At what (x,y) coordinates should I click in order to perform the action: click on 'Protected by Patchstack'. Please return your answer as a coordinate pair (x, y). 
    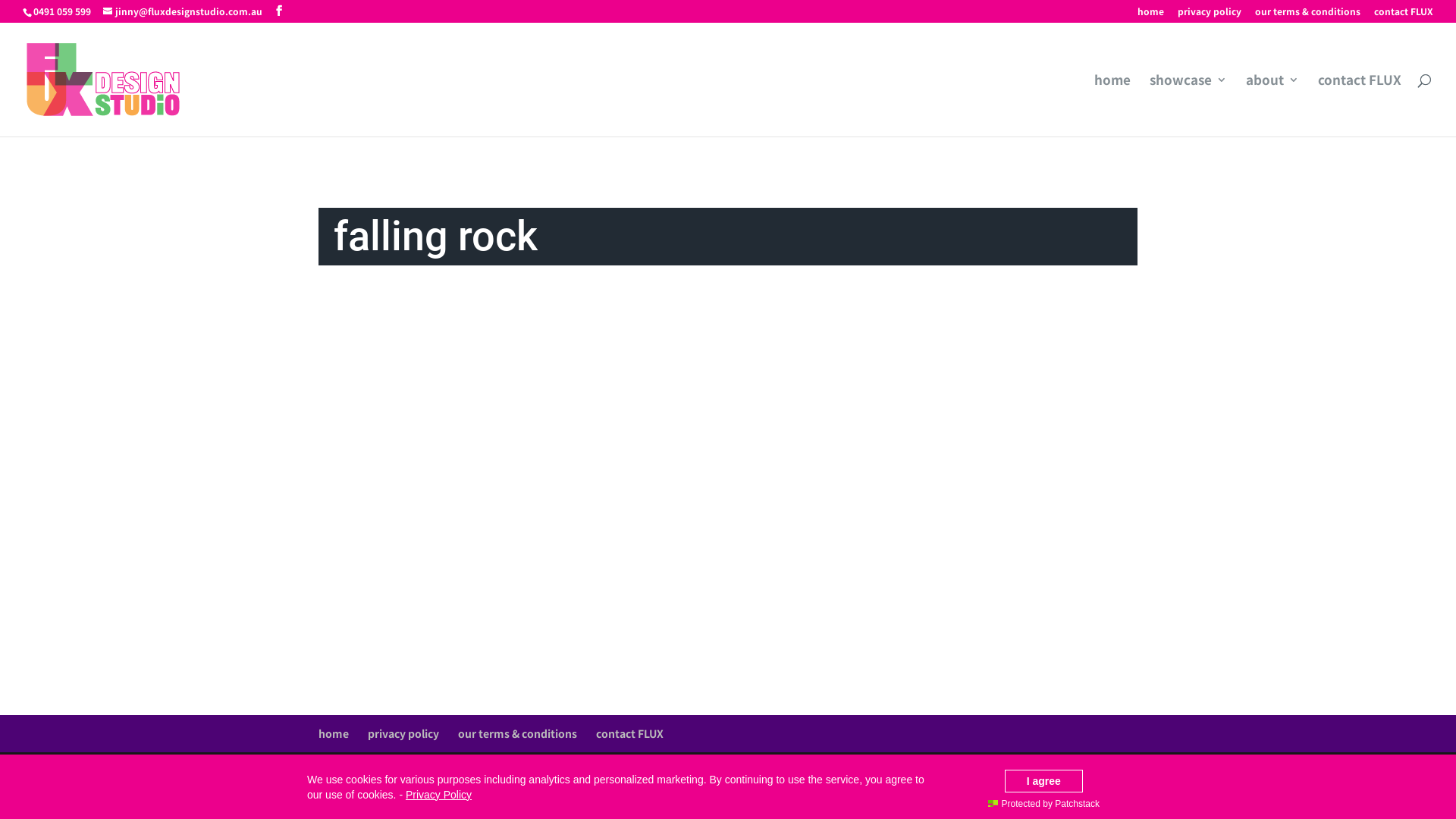
    Looking at the image, I should click on (1043, 803).